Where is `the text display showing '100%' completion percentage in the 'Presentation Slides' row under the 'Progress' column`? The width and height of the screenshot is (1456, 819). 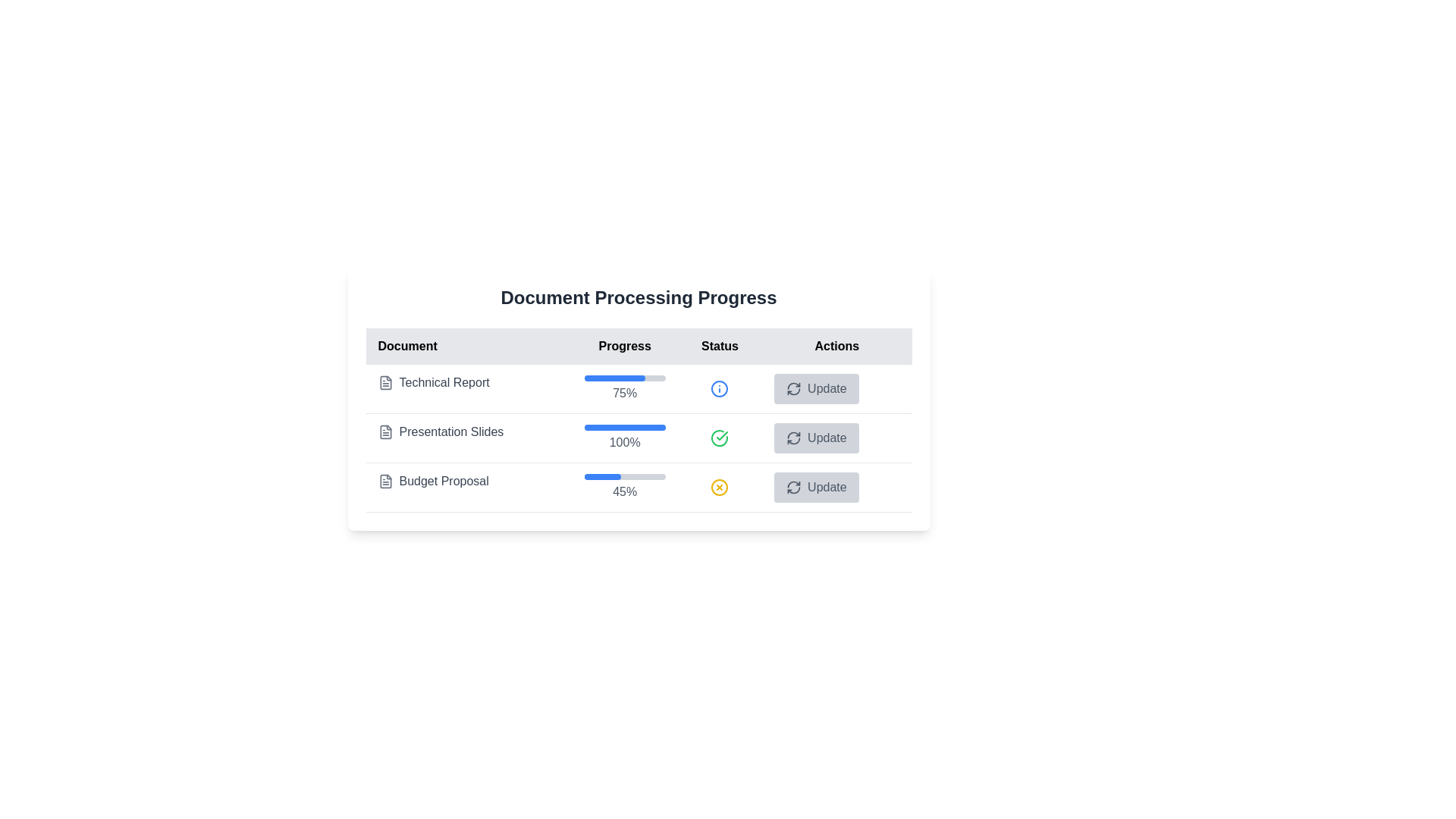 the text display showing '100%' completion percentage in the 'Presentation Slides' row under the 'Progress' column is located at coordinates (625, 438).